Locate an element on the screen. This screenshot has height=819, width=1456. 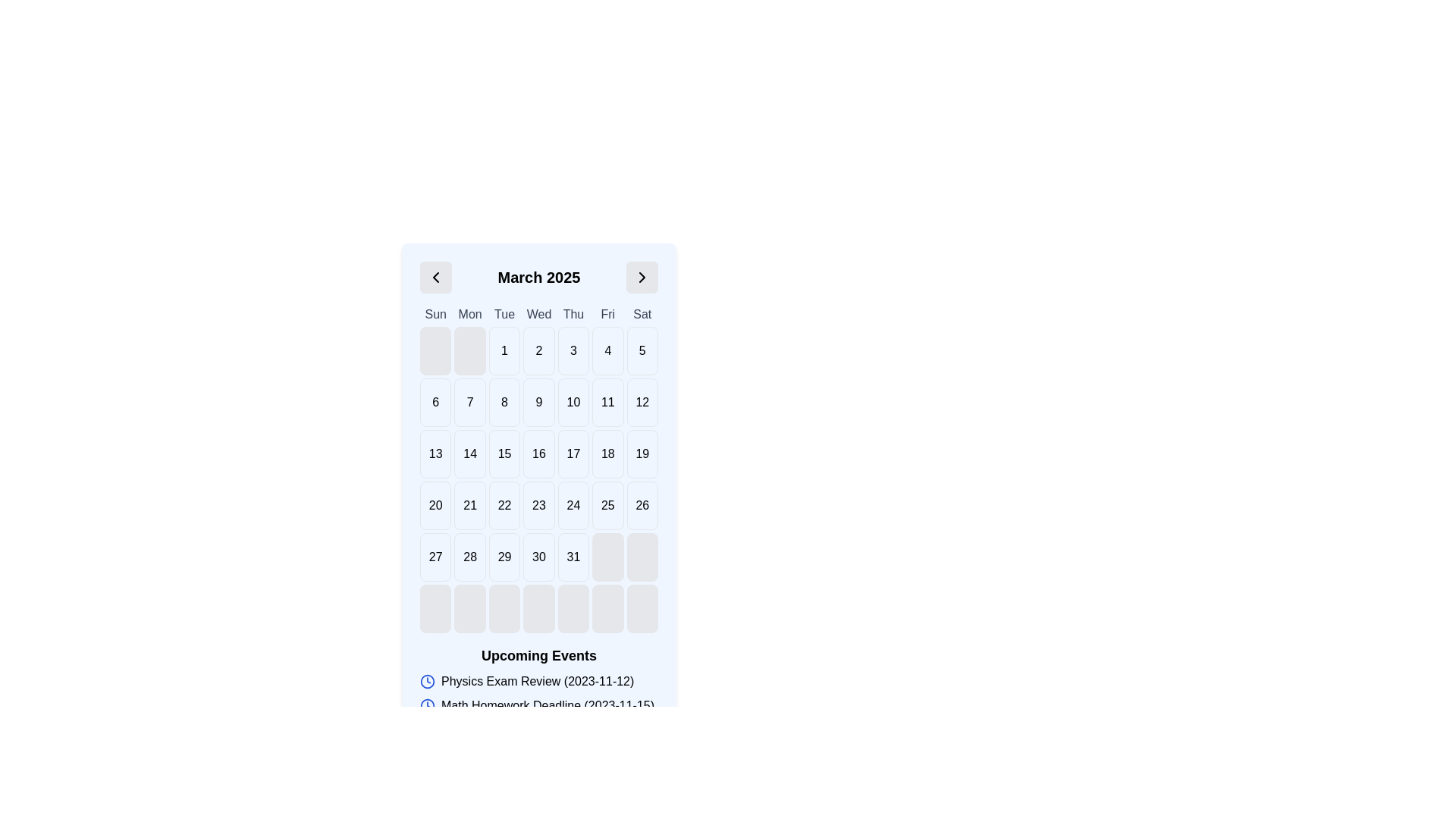
the left-pointing chevron-shaped icon in the calendar's header section to possibly reveal a tooltip or visual feedback is located at coordinates (435, 278).